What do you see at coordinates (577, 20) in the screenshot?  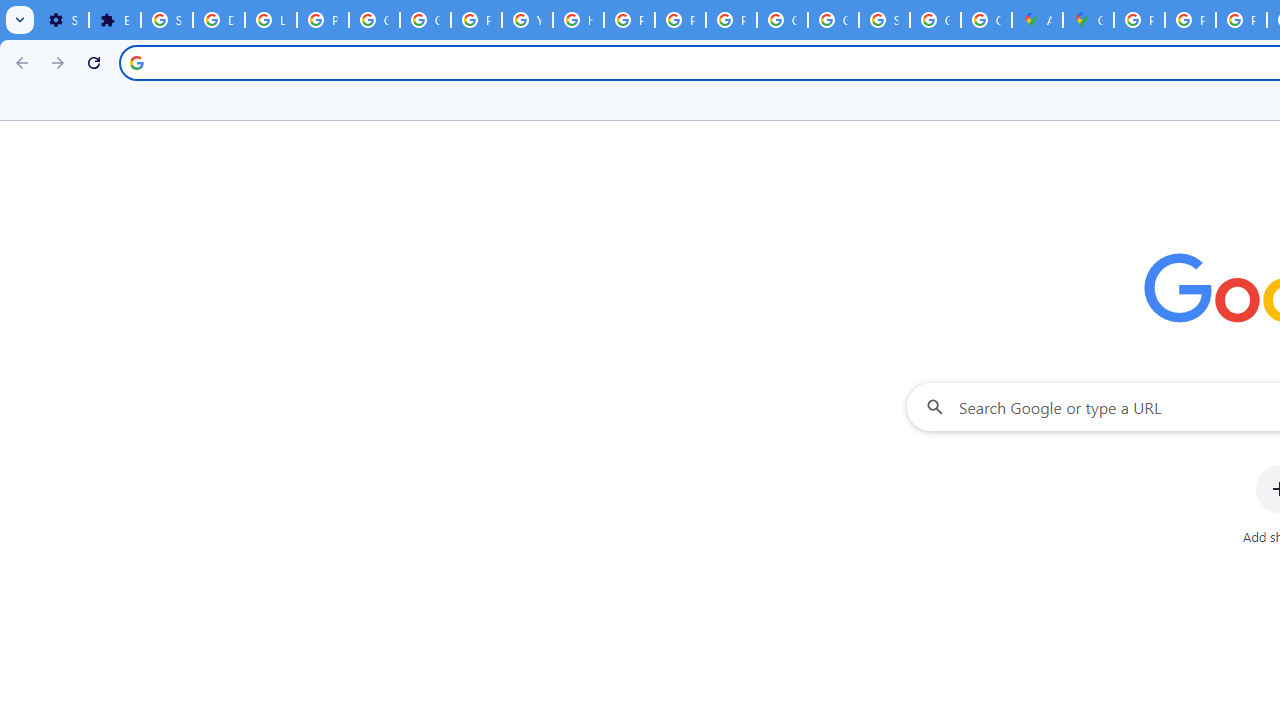 I see `'https://scholar.google.com/'` at bounding box center [577, 20].